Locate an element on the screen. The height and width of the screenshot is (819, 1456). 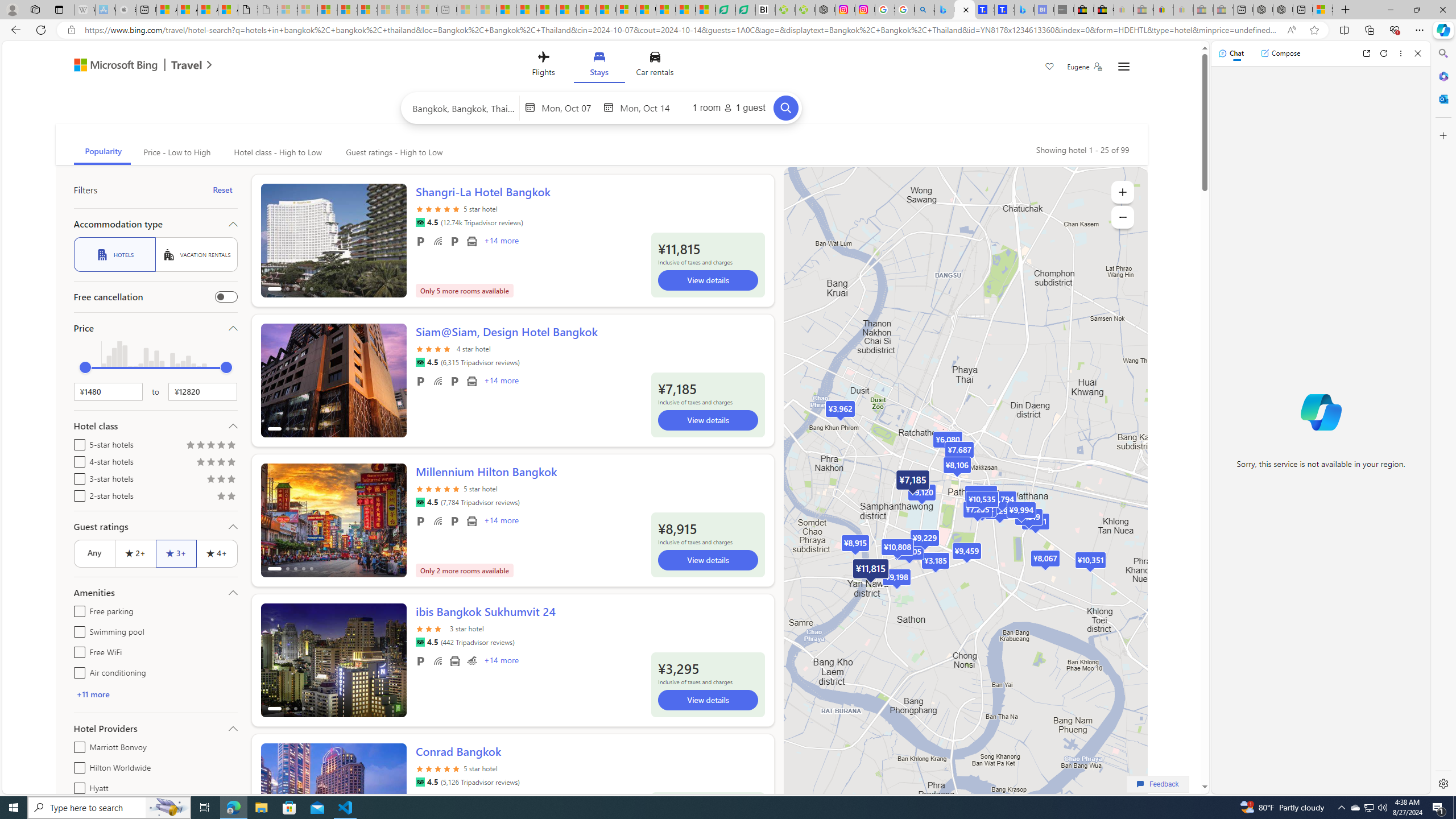
'Payments Terms of Use | eBay.com - Sleeping' is located at coordinates (1183, 9).